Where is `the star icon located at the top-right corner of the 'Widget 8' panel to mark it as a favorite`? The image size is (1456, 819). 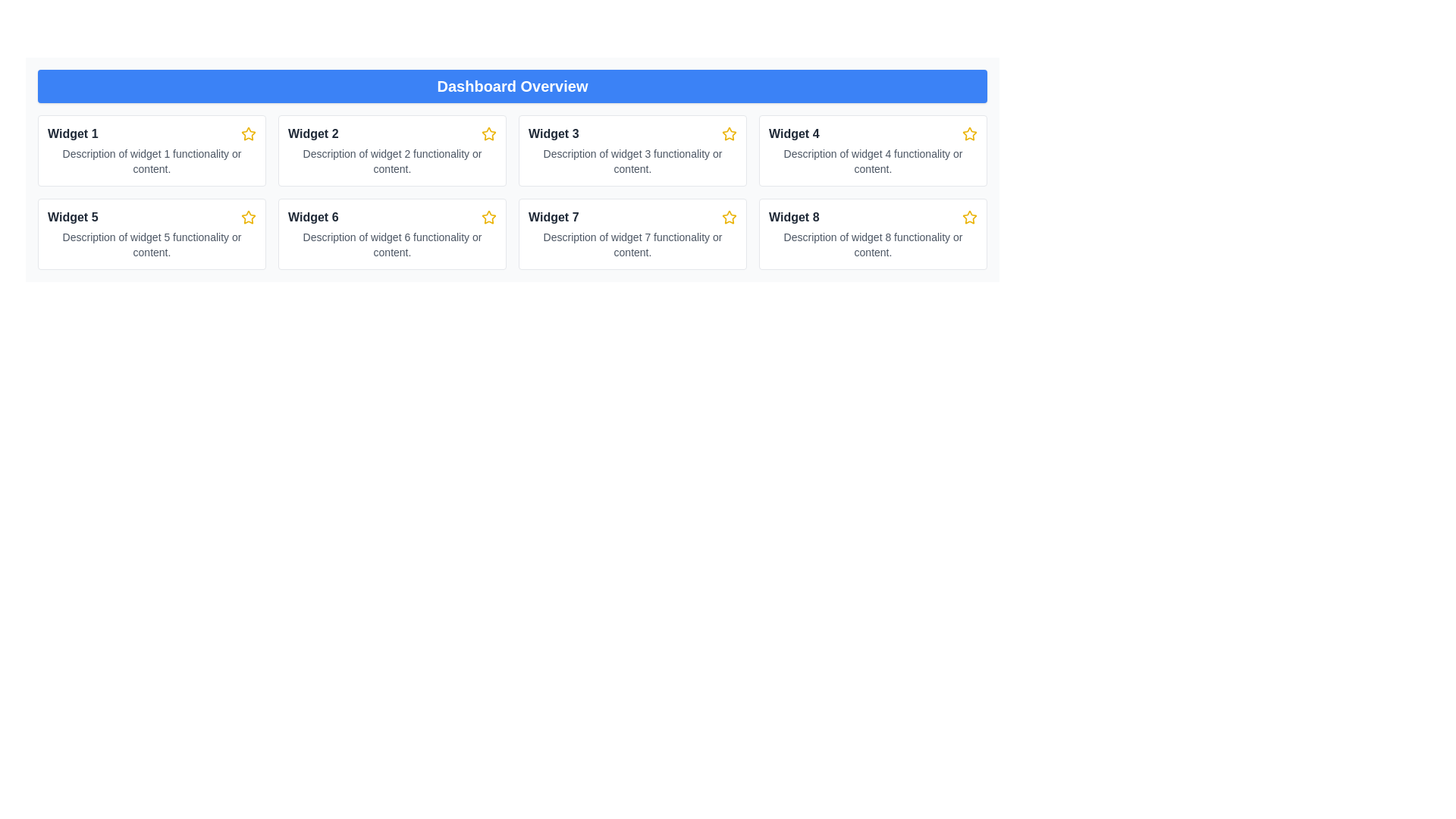 the star icon located at the top-right corner of the 'Widget 8' panel to mark it as a favorite is located at coordinates (968, 133).